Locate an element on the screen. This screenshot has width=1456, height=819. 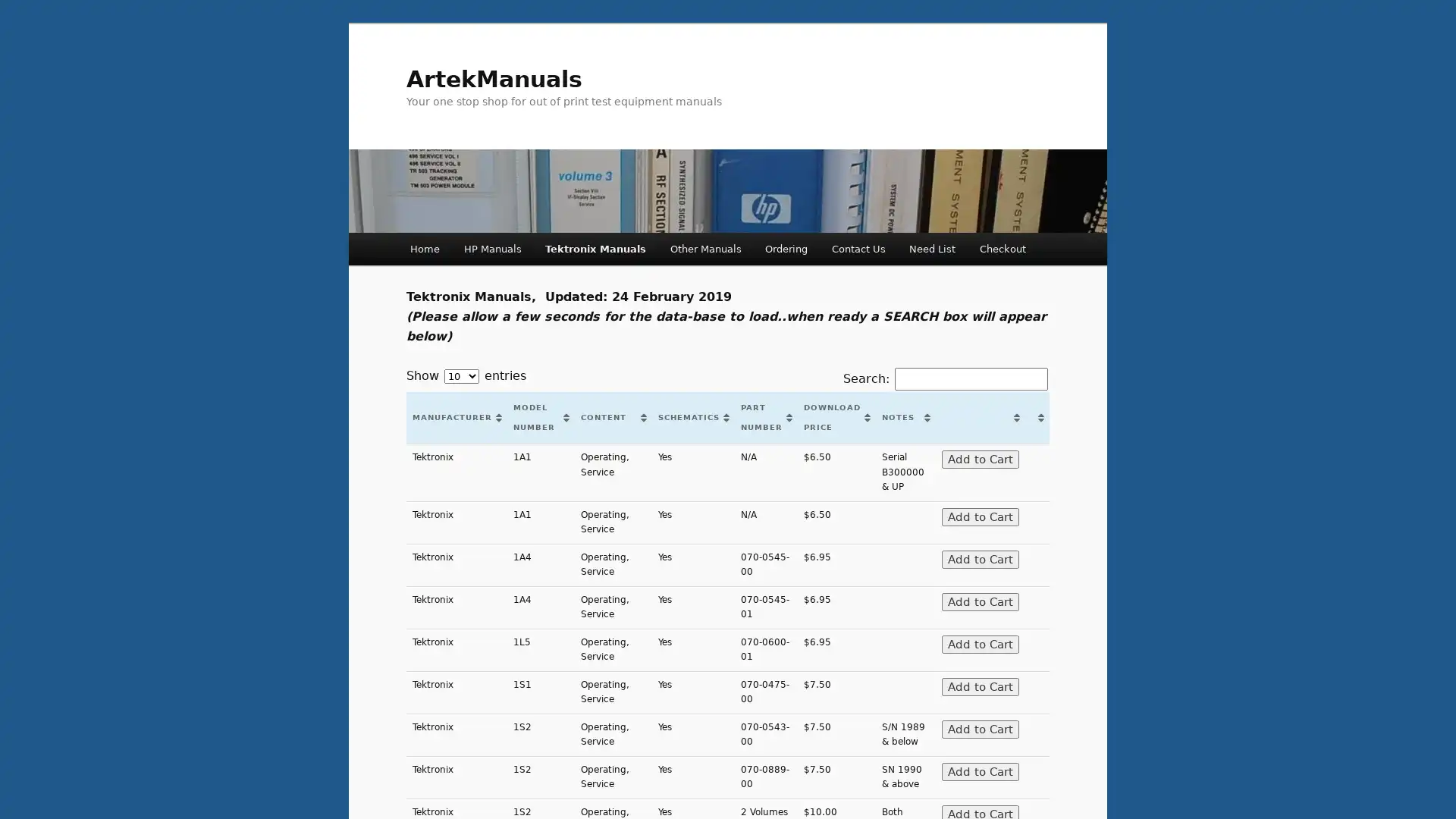
Add to Cart is located at coordinates (979, 686).